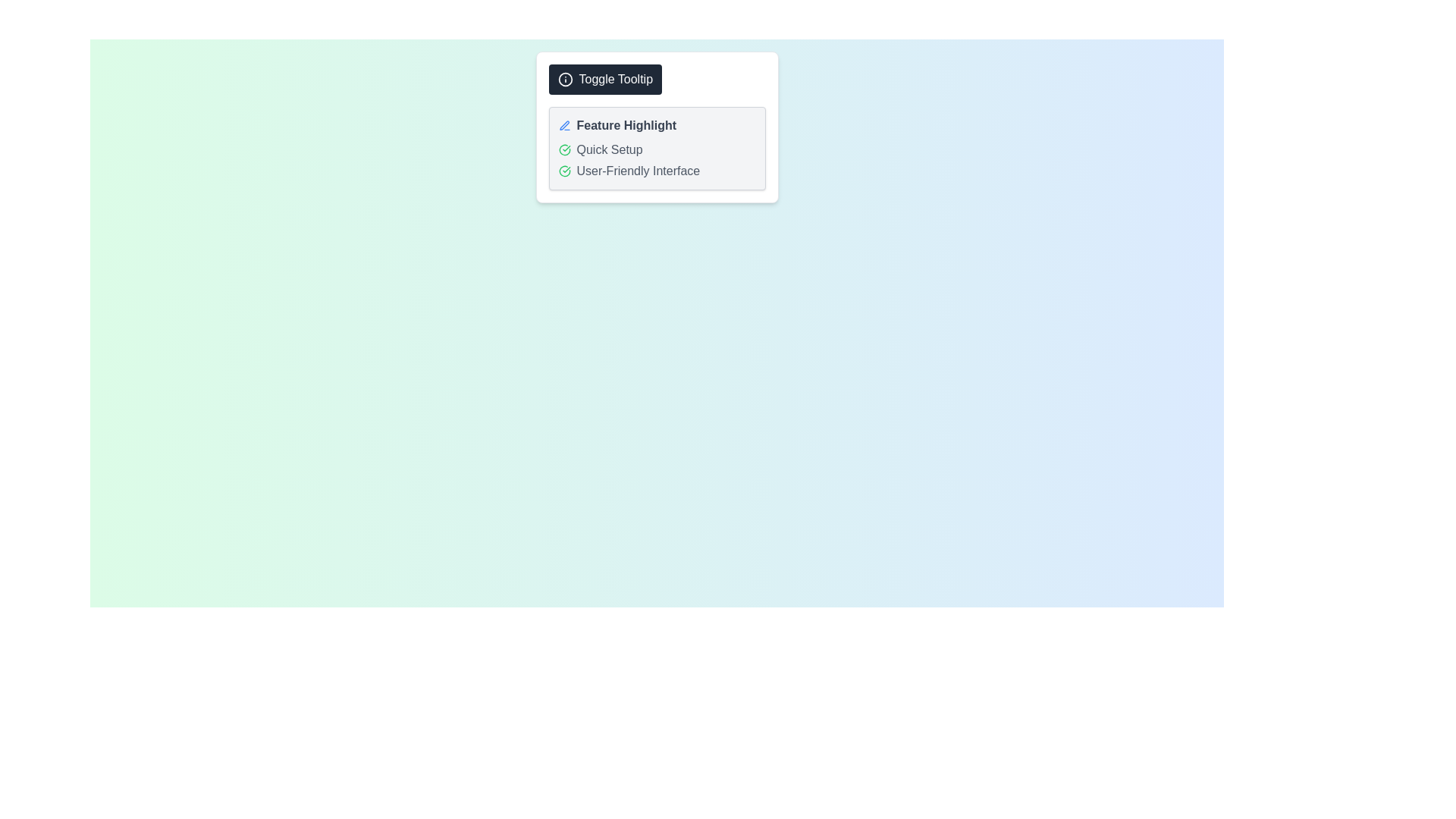  Describe the element at coordinates (564, 79) in the screenshot. I see `the information icon located on the leftmost side of the 'Toggle Tooltip' button near the top-center of the interface` at that location.